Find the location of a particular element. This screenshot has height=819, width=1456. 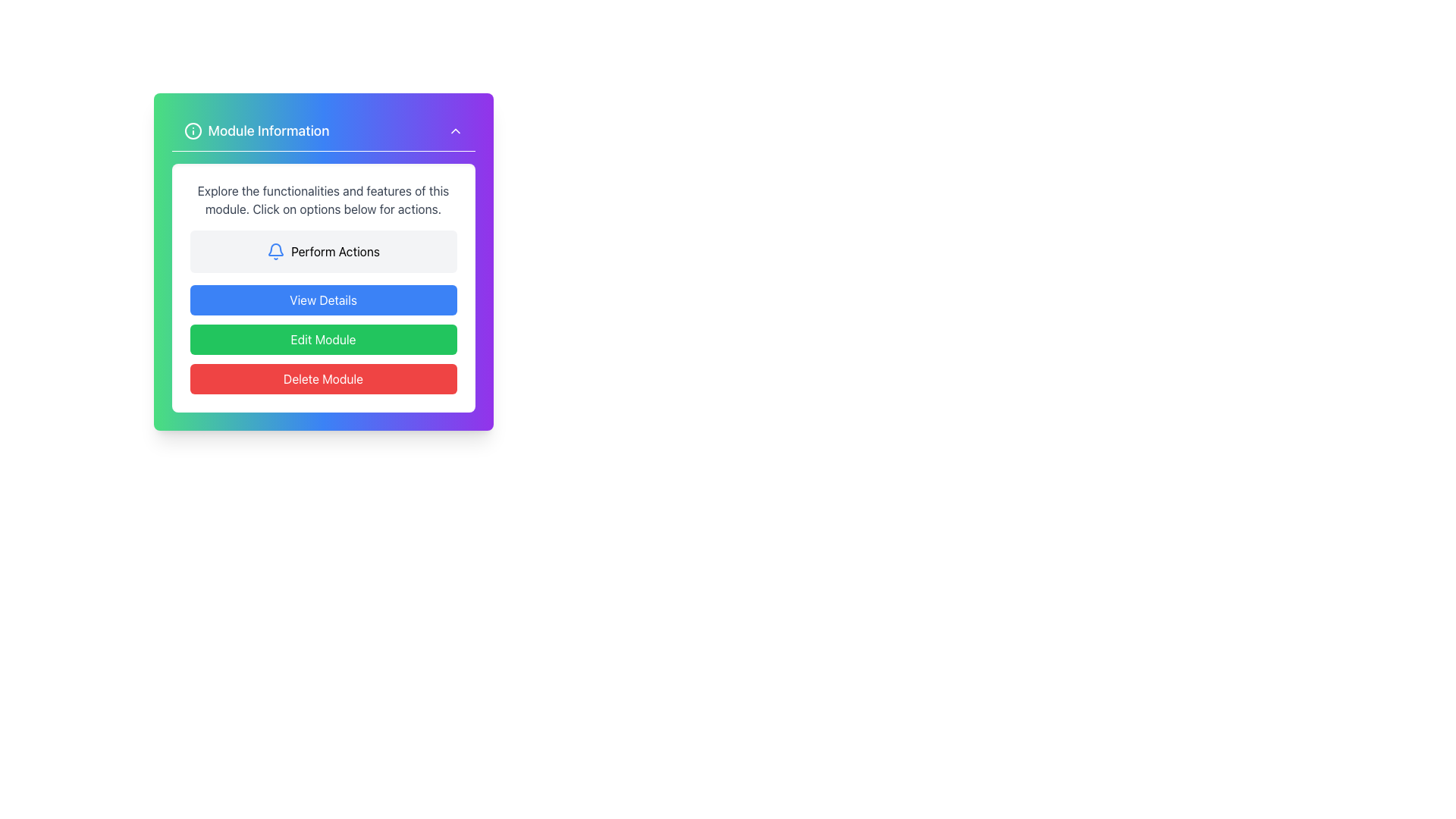

the green 'Edit Module' button to visualize its hover effect, which changes the background color to a darker green shade is located at coordinates (322, 338).